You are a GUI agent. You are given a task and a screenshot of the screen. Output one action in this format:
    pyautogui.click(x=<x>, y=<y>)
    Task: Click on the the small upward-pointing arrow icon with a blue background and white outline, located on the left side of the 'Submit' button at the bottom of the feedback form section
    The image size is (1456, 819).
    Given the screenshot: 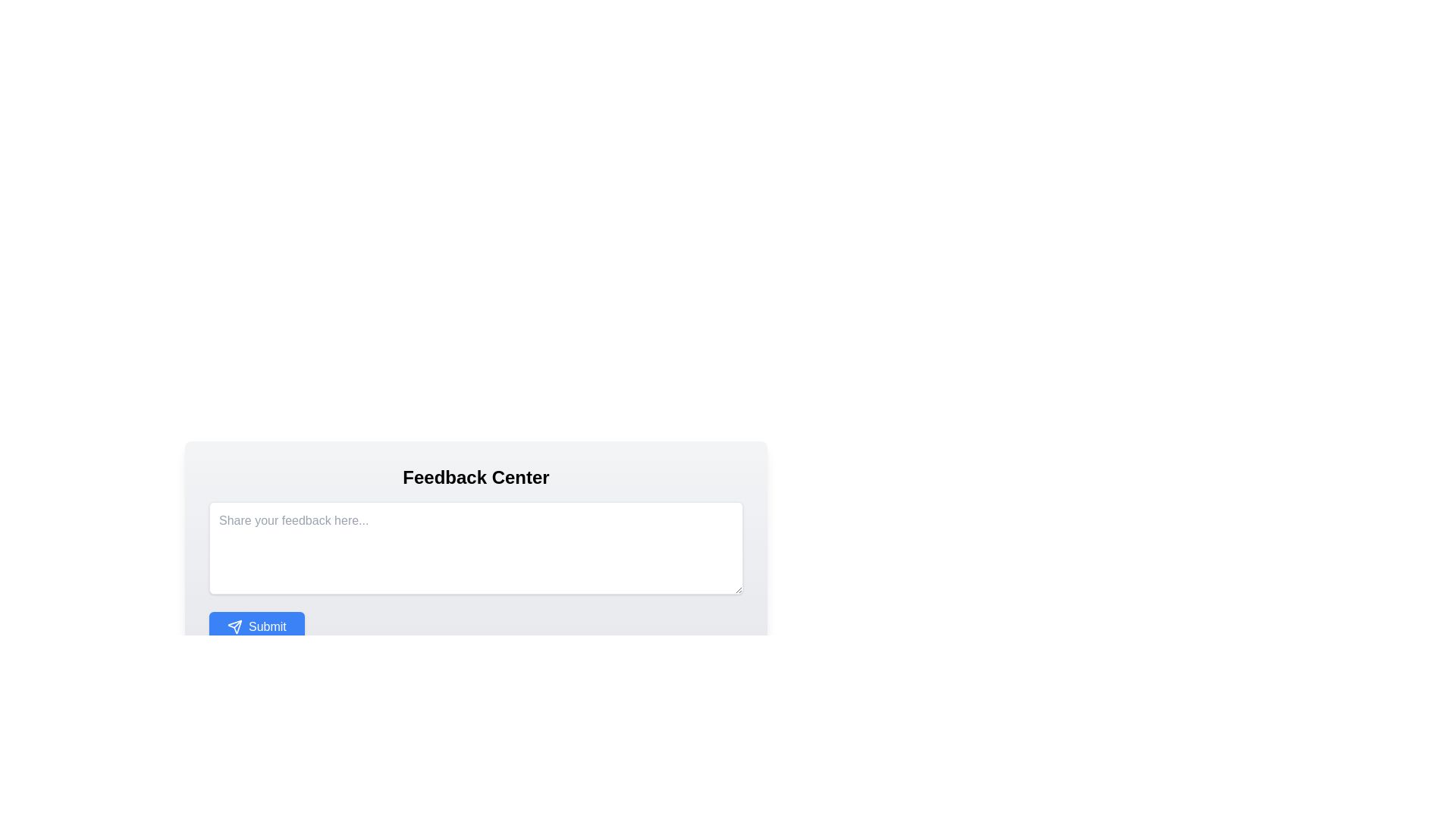 What is the action you would take?
    pyautogui.click(x=234, y=626)
    